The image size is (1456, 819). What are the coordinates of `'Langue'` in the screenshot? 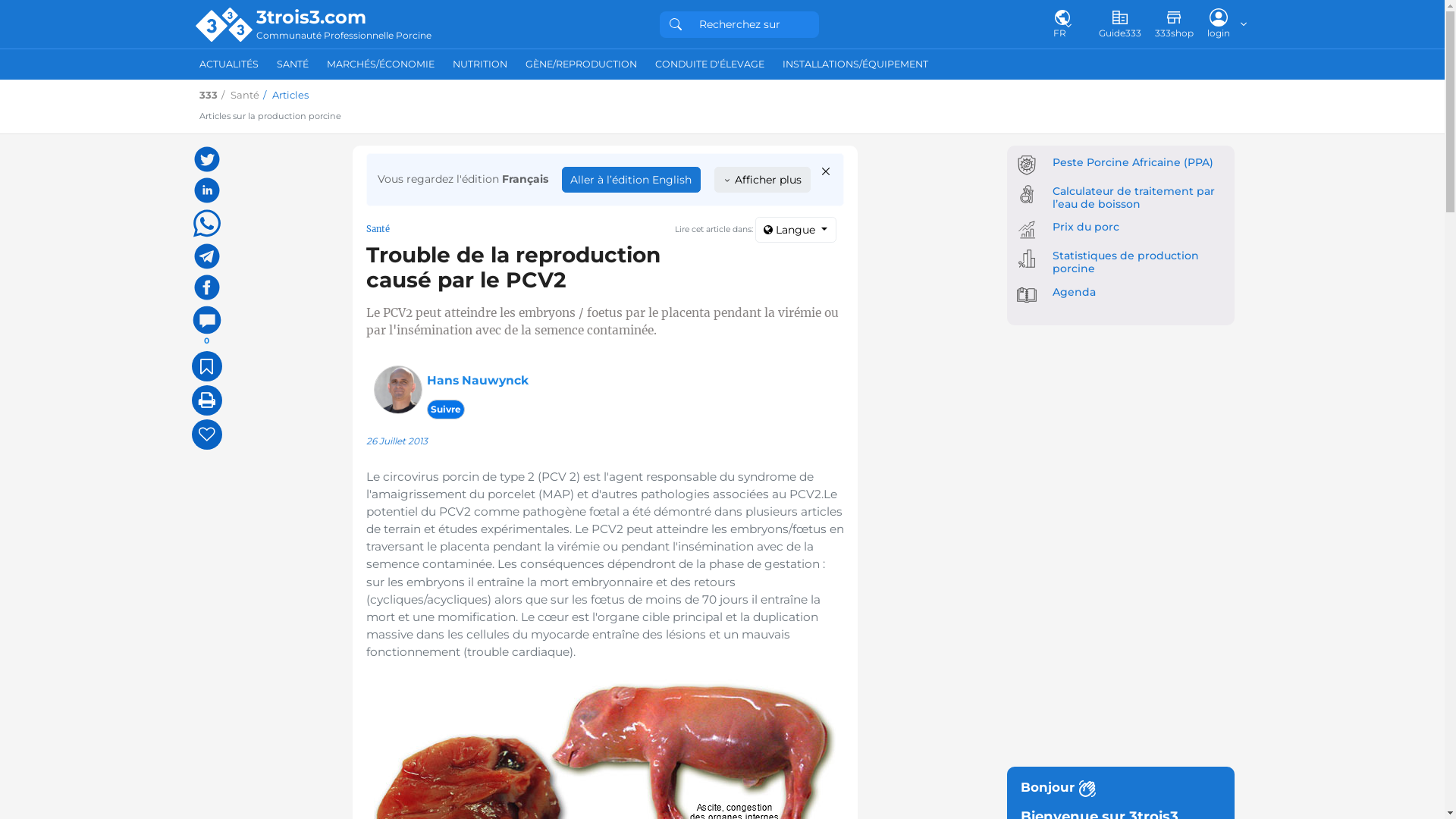 It's located at (795, 230).